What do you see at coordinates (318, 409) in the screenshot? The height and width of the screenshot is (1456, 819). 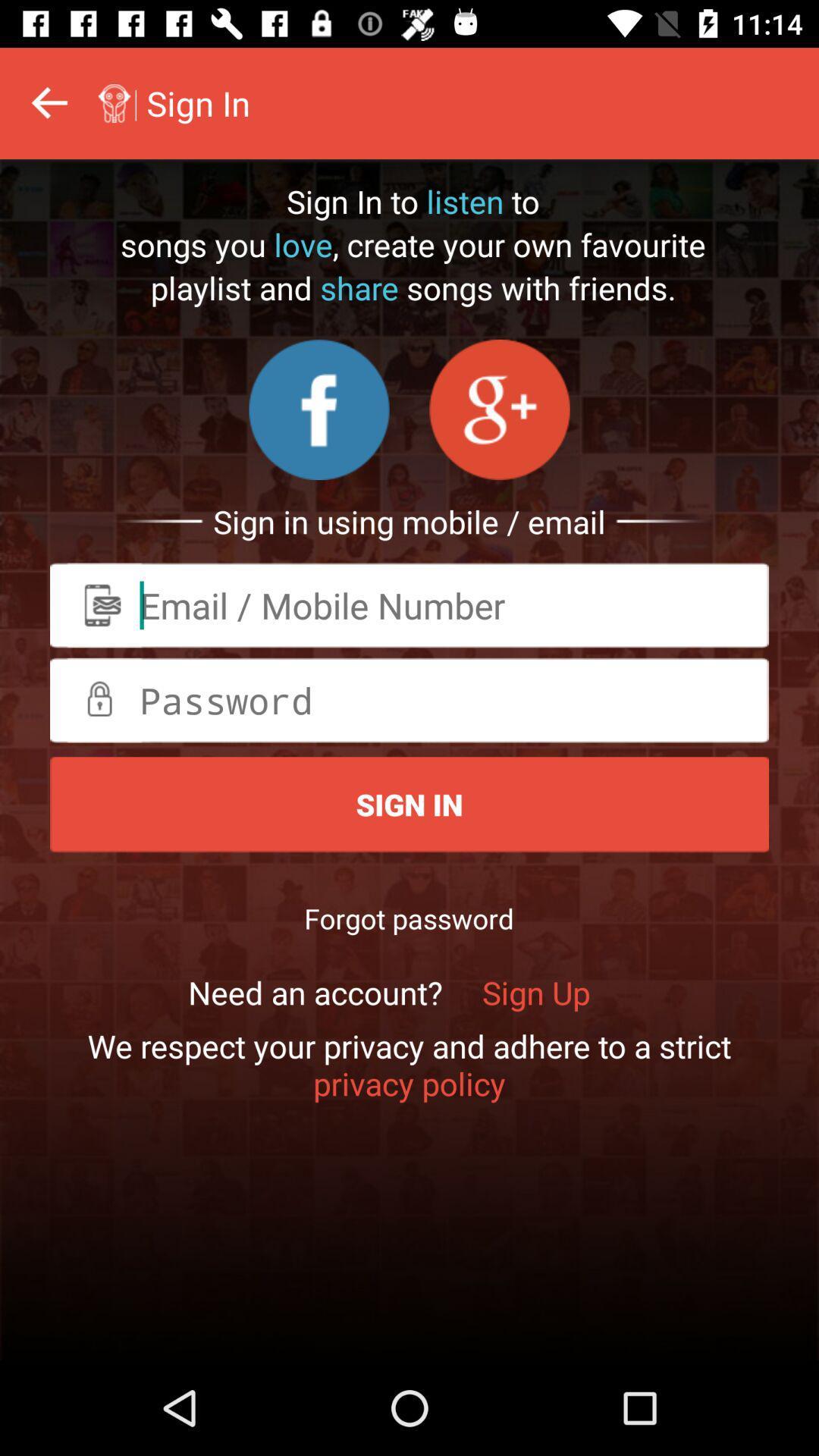 I see `the facebook icon` at bounding box center [318, 409].